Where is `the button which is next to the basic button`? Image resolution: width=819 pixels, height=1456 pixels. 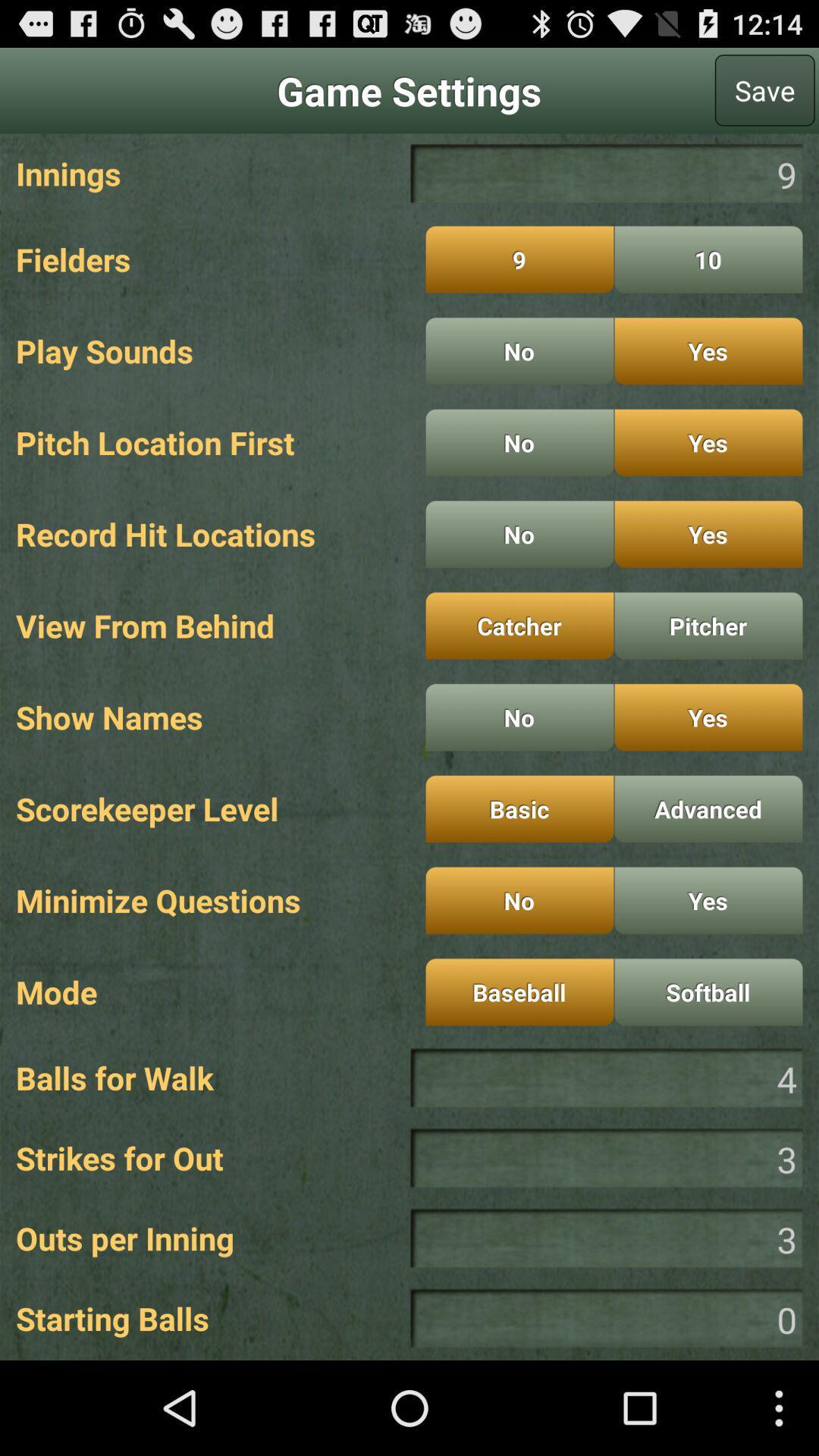
the button which is next to the basic button is located at coordinates (708, 808).